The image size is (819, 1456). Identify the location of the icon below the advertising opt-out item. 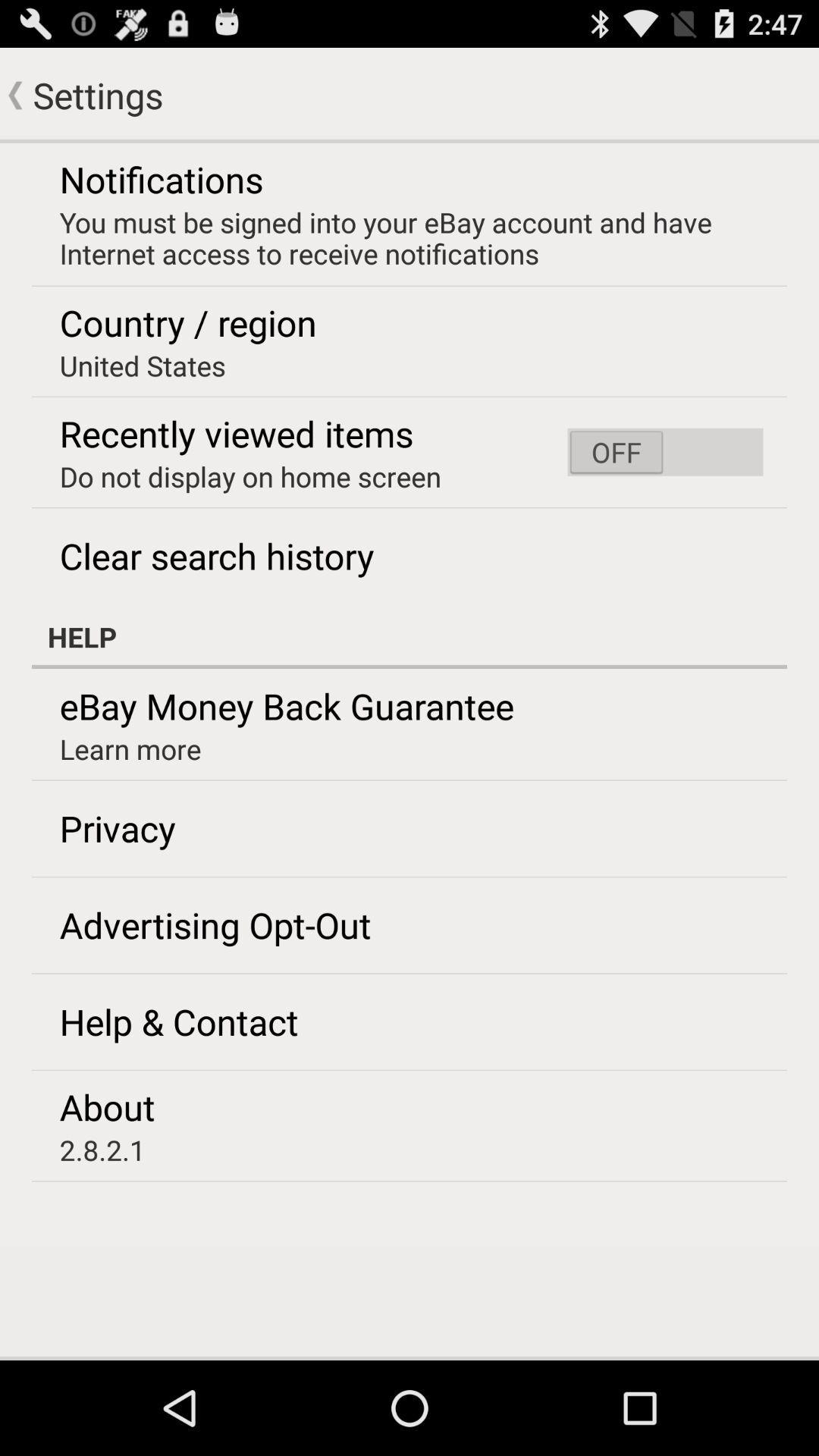
(178, 1021).